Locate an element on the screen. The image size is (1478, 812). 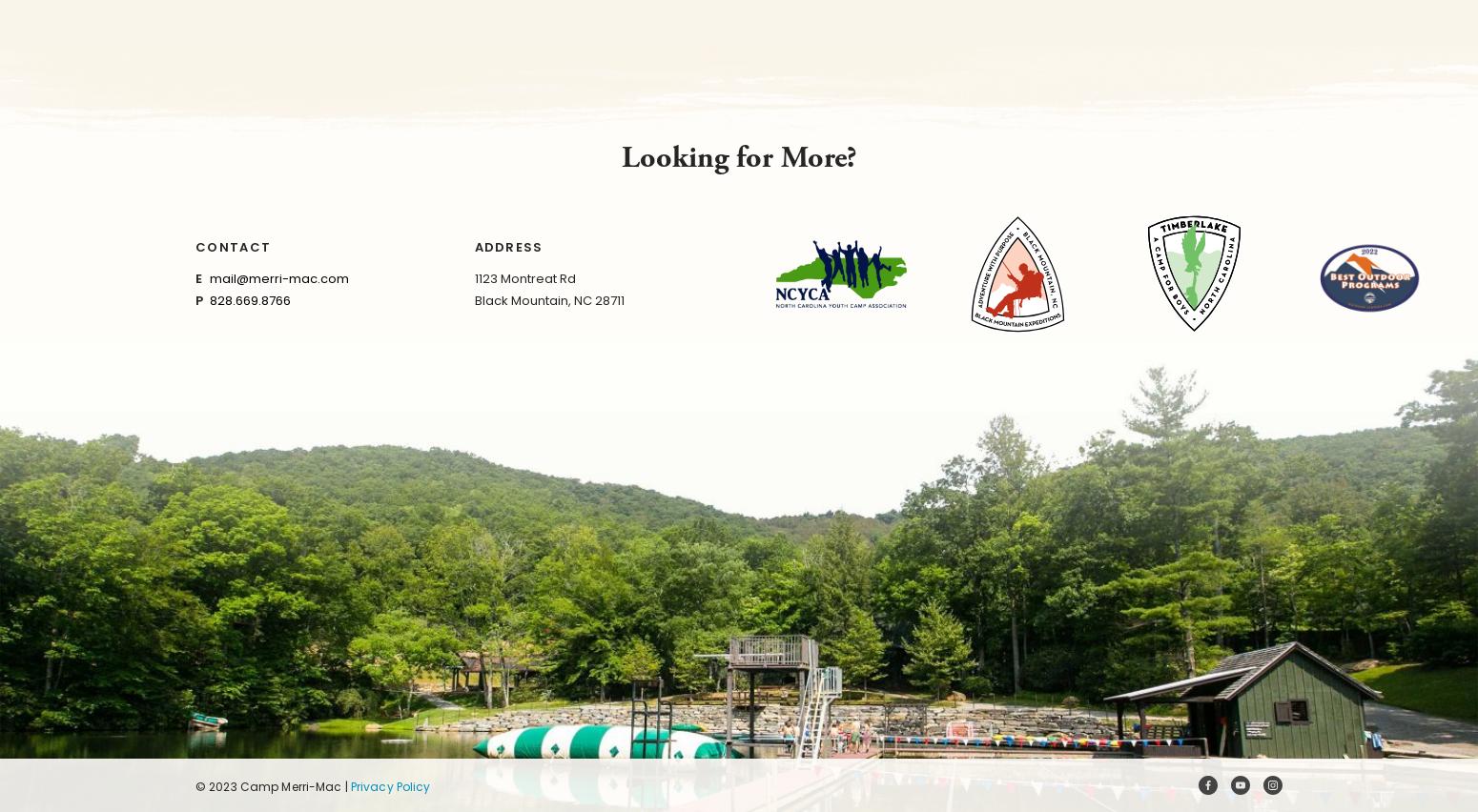
'Looking for More?' is located at coordinates (738, 156).